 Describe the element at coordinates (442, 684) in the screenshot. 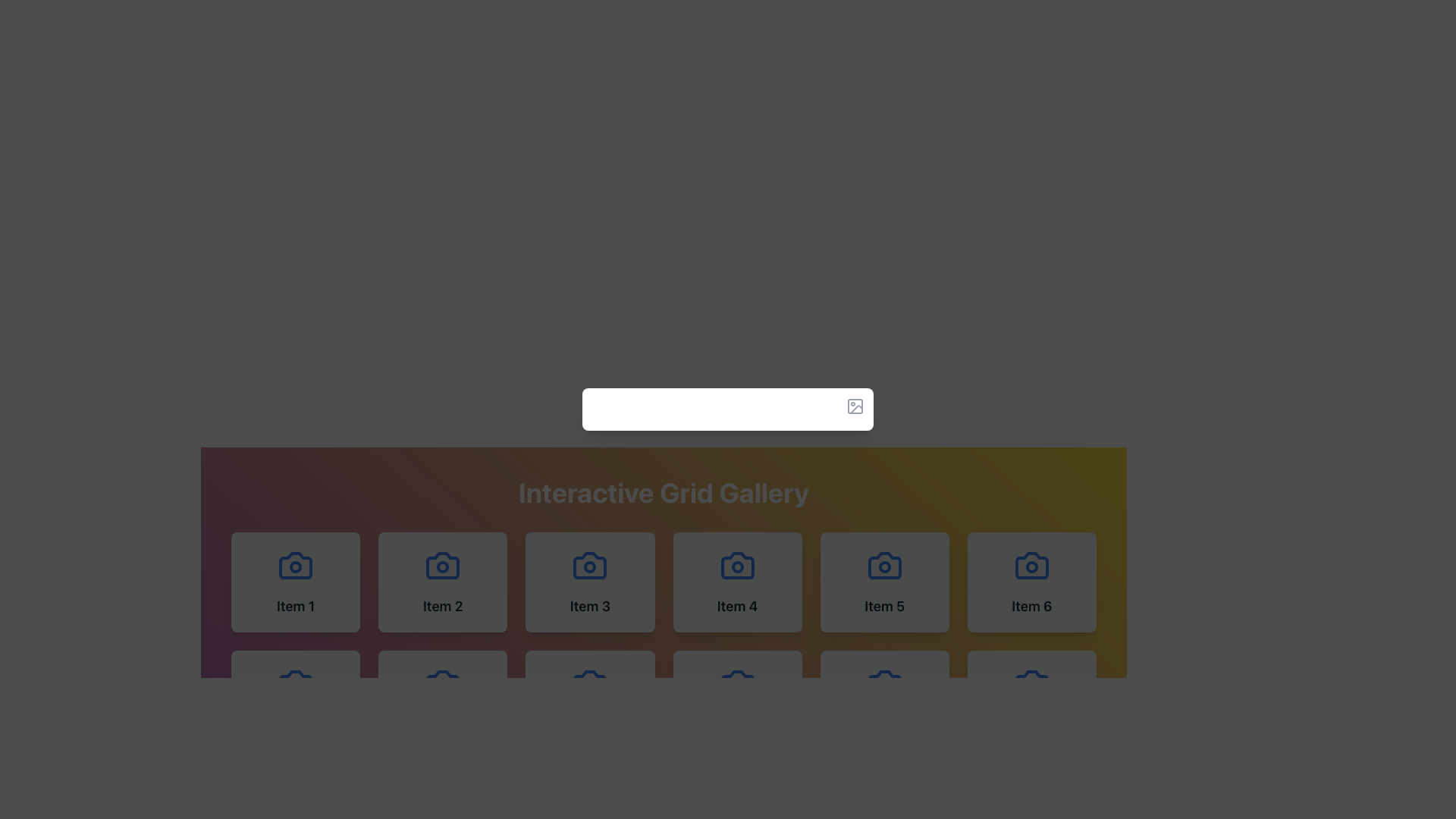

I see `the camera icon element located above the text 'Item 8' in the grid layout for further examination` at that location.